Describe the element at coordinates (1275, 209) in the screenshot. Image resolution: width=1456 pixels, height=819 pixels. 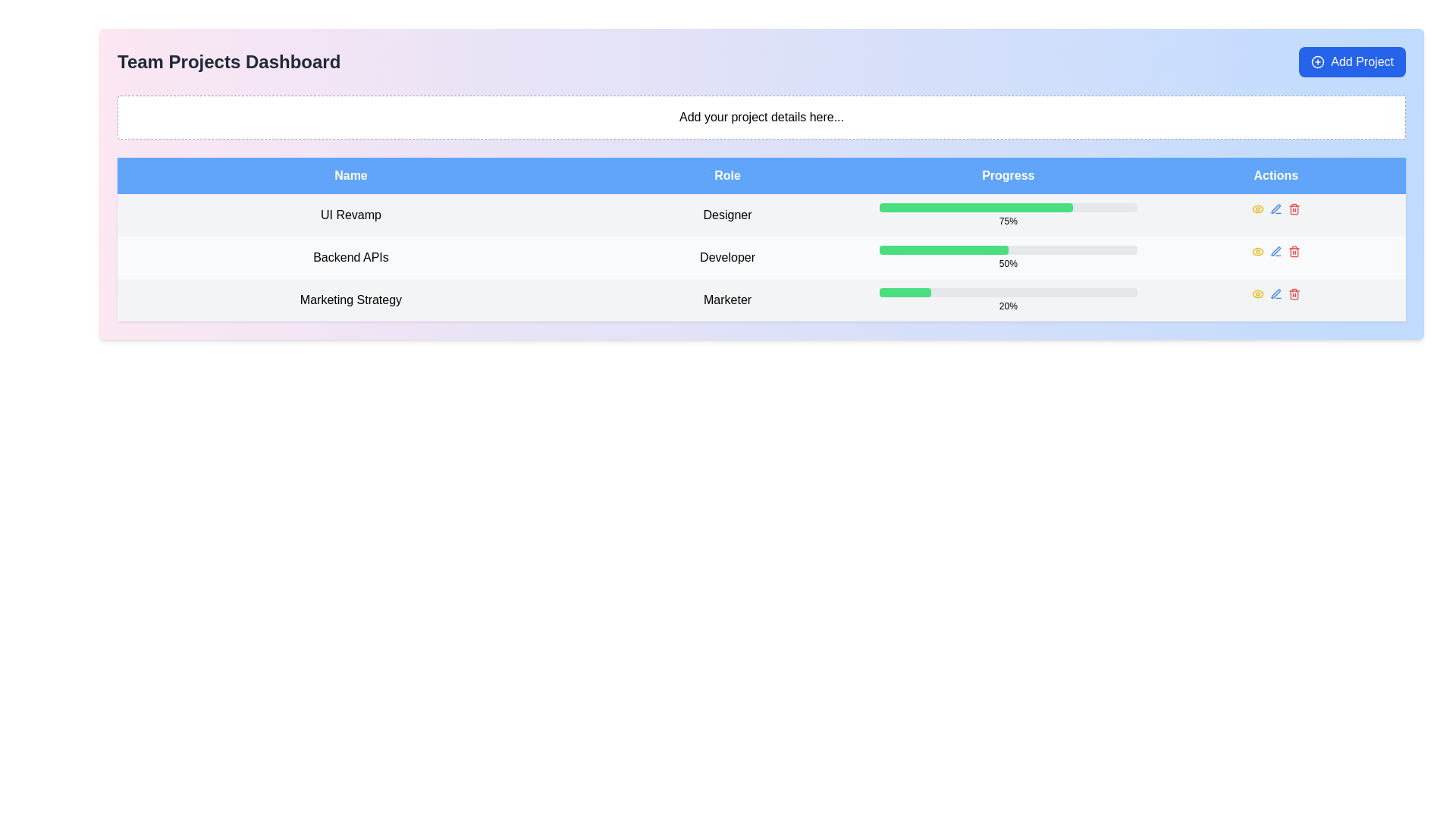
I see `the blue pen icon located` at that location.